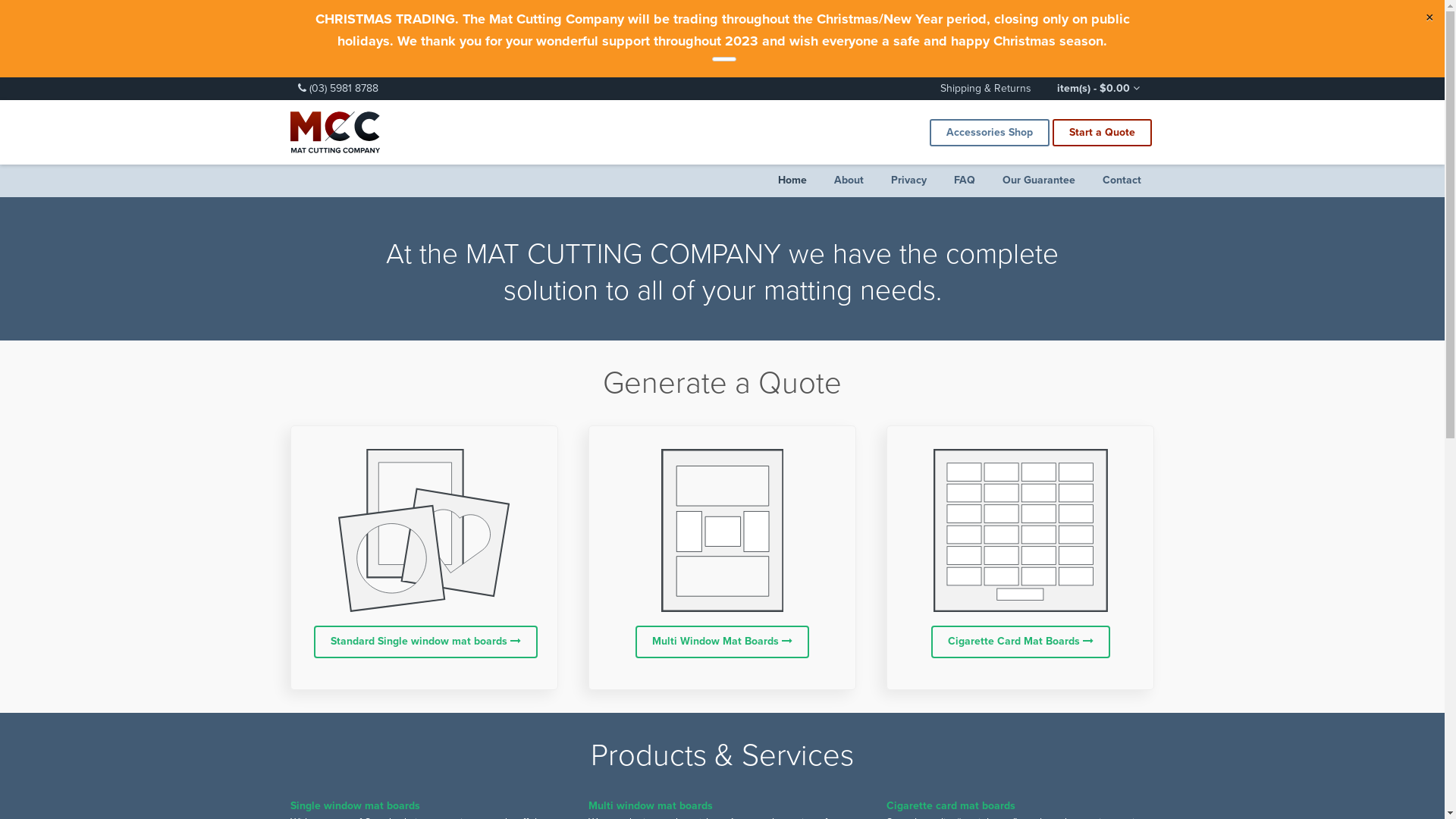  What do you see at coordinates (290, 805) in the screenshot?
I see `'Single window mat boards'` at bounding box center [290, 805].